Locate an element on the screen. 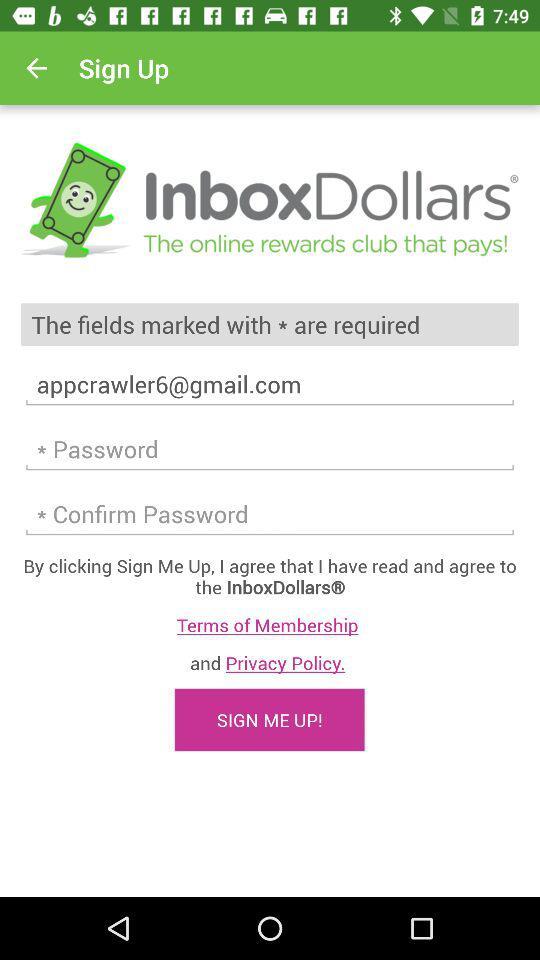 The width and height of the screenshot is (540, 960). type in password is located at coordinates (270, 513).